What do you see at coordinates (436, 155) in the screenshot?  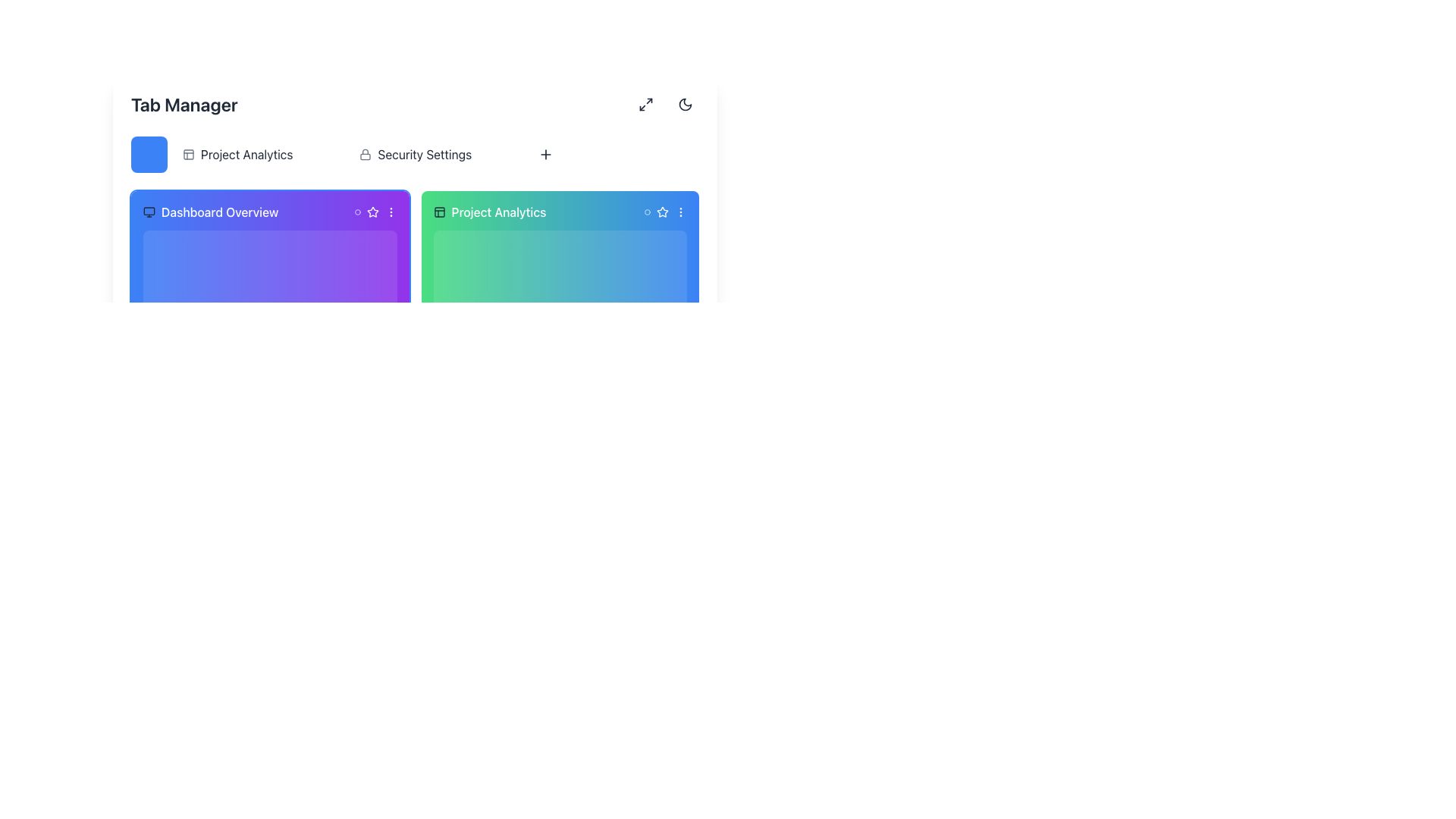 I see `the second button in the horizontal navigation list that leads to the security settings of the application` at bounding box center [436, 155].